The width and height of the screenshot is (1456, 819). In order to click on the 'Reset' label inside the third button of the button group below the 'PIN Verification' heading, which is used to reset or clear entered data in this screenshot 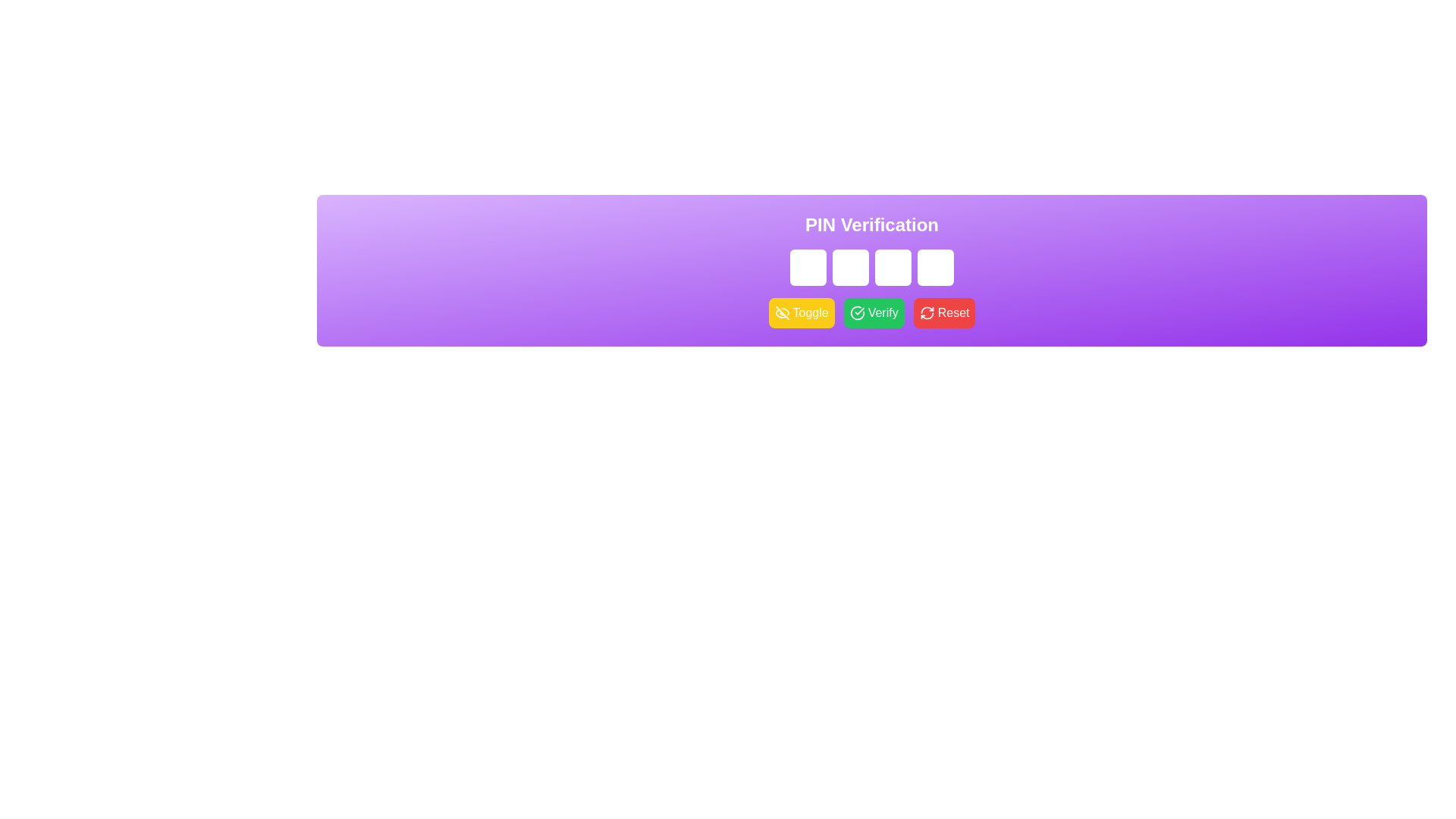, I will do `click(952, 312)`.